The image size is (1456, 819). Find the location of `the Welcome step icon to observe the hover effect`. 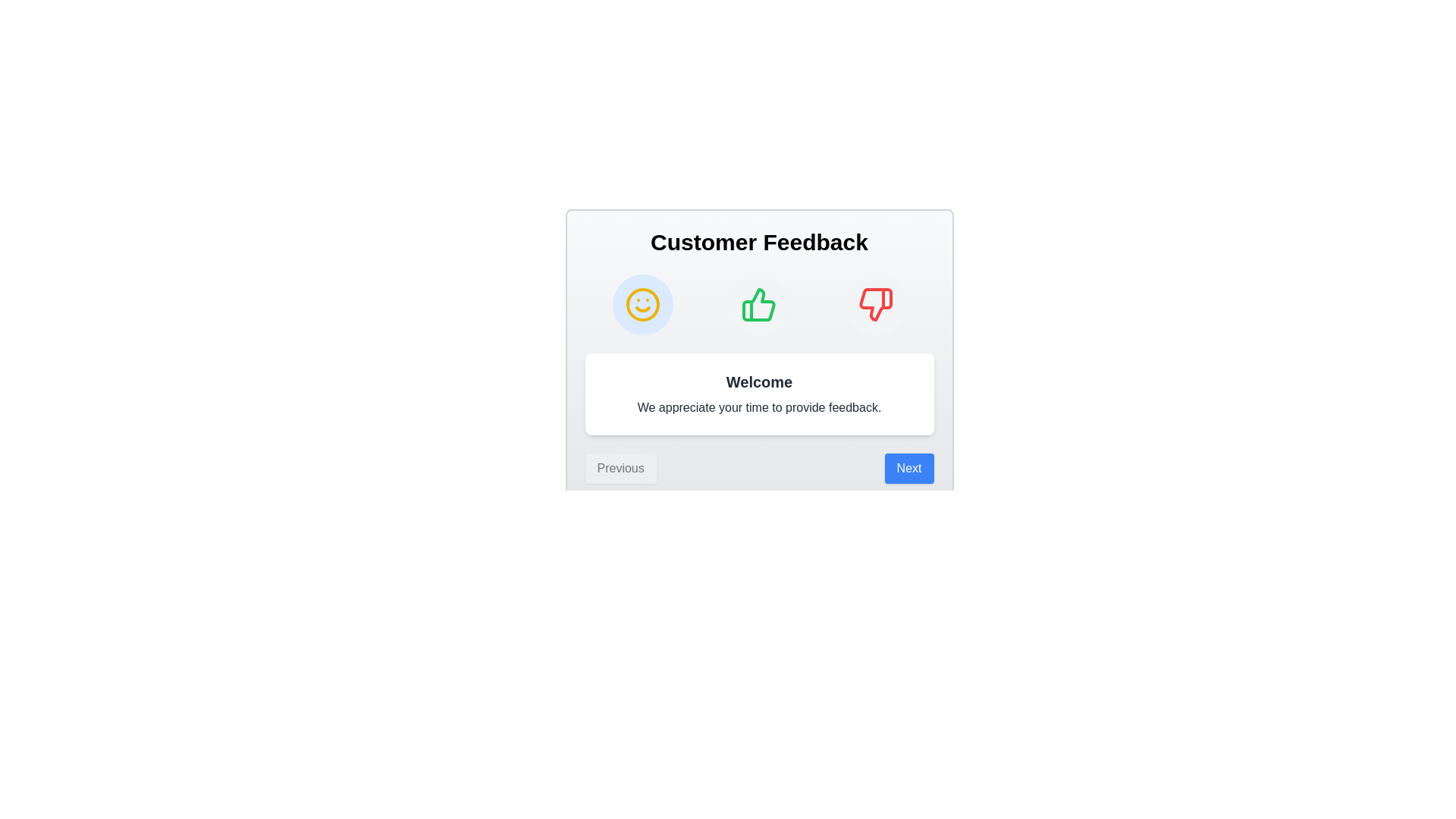

the Welcome step icon to observe the hover effect is located at coordinates (643, 304).